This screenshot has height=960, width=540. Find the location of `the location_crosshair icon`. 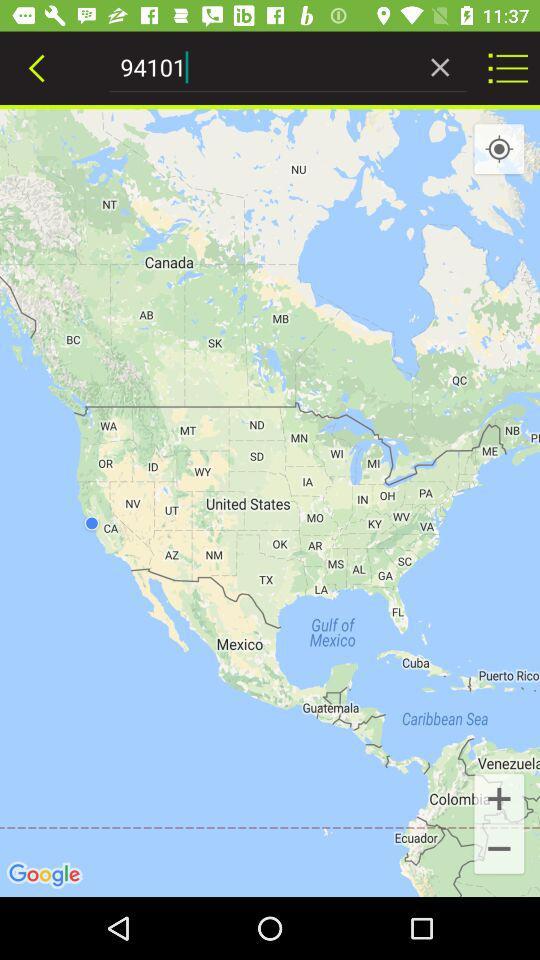

the location_crosshair icon is located at coordinates (498, 148).